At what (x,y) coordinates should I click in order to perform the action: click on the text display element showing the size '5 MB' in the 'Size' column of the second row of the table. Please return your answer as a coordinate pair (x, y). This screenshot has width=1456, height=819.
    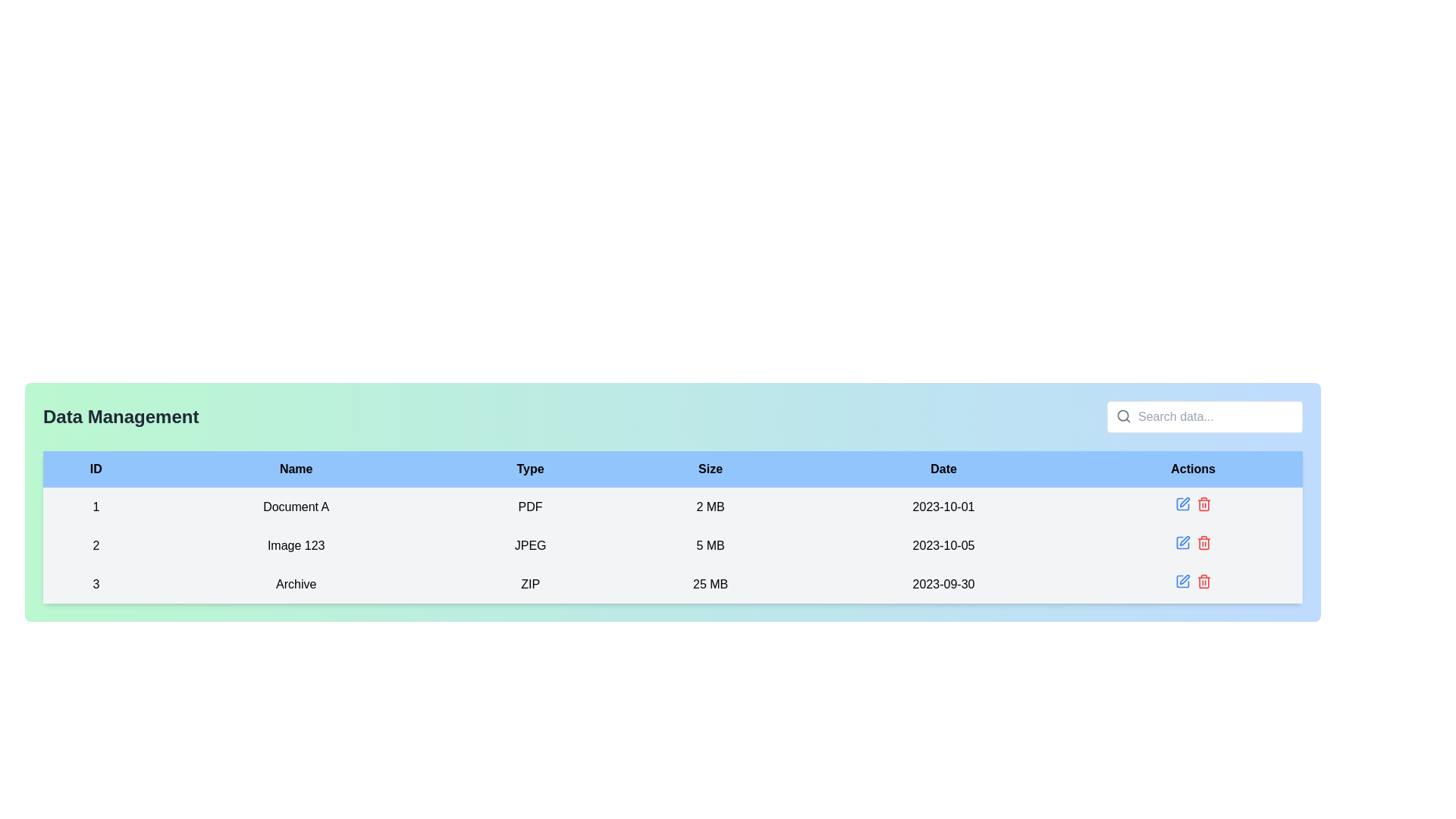
    Looking at the image, I should click on (710, 544).